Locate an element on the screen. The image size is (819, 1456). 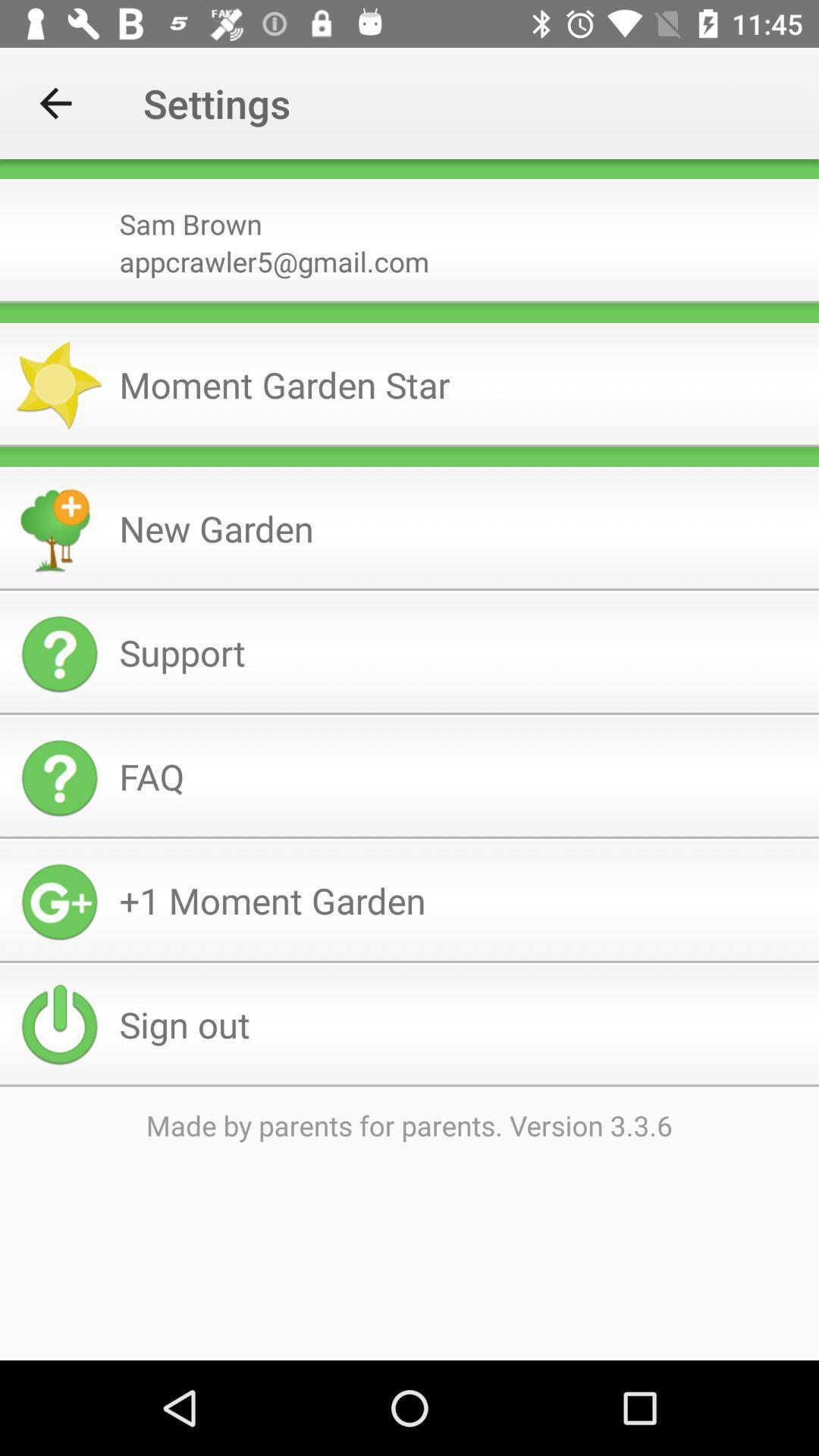
the icon below the     icon is located at coordinates (409, 467).